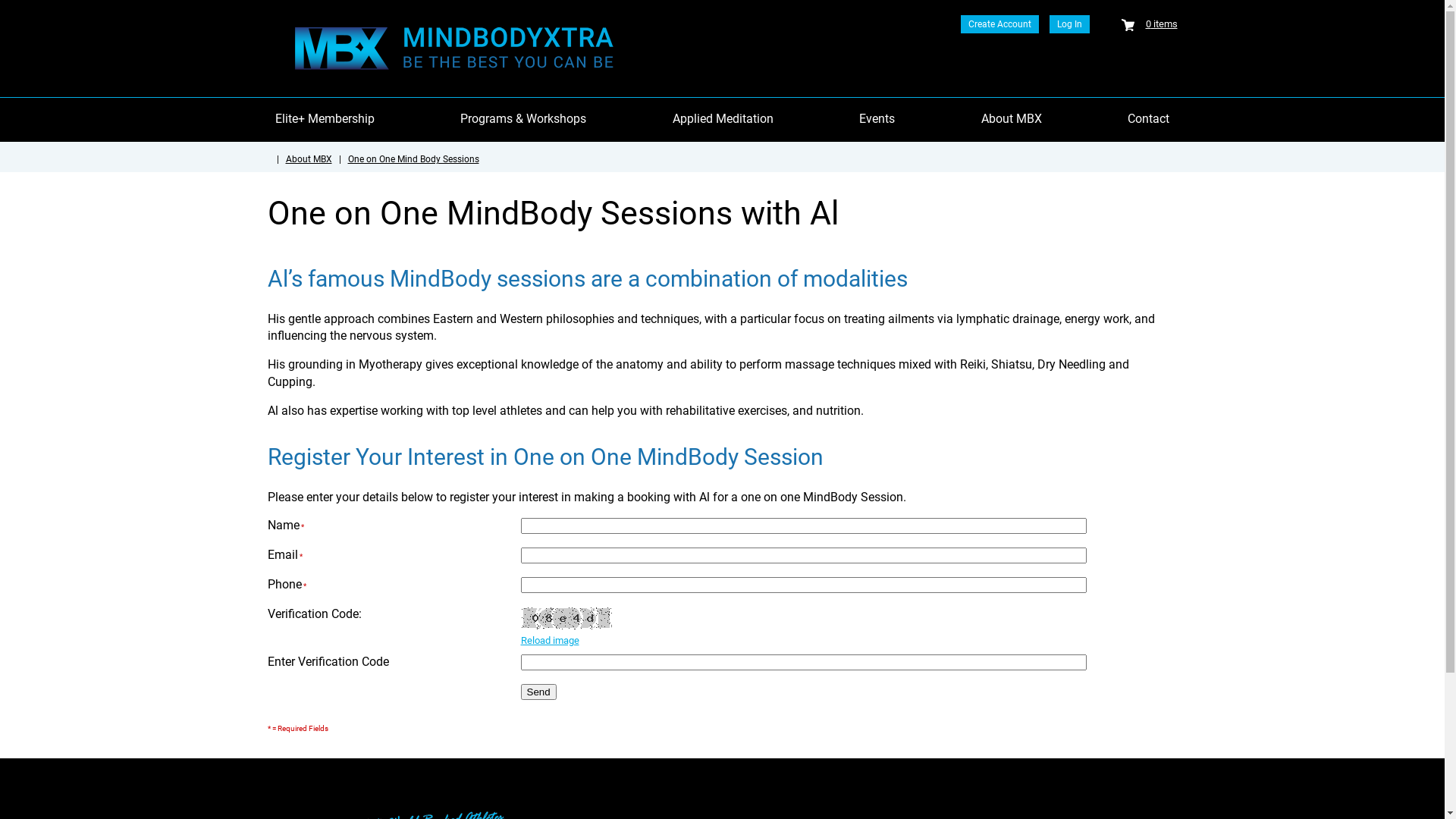 This screenshot has width=1456, height=819. Describe the element at coordinates (1148, 118) in the screenshot. I see `'Contact'` at that location.